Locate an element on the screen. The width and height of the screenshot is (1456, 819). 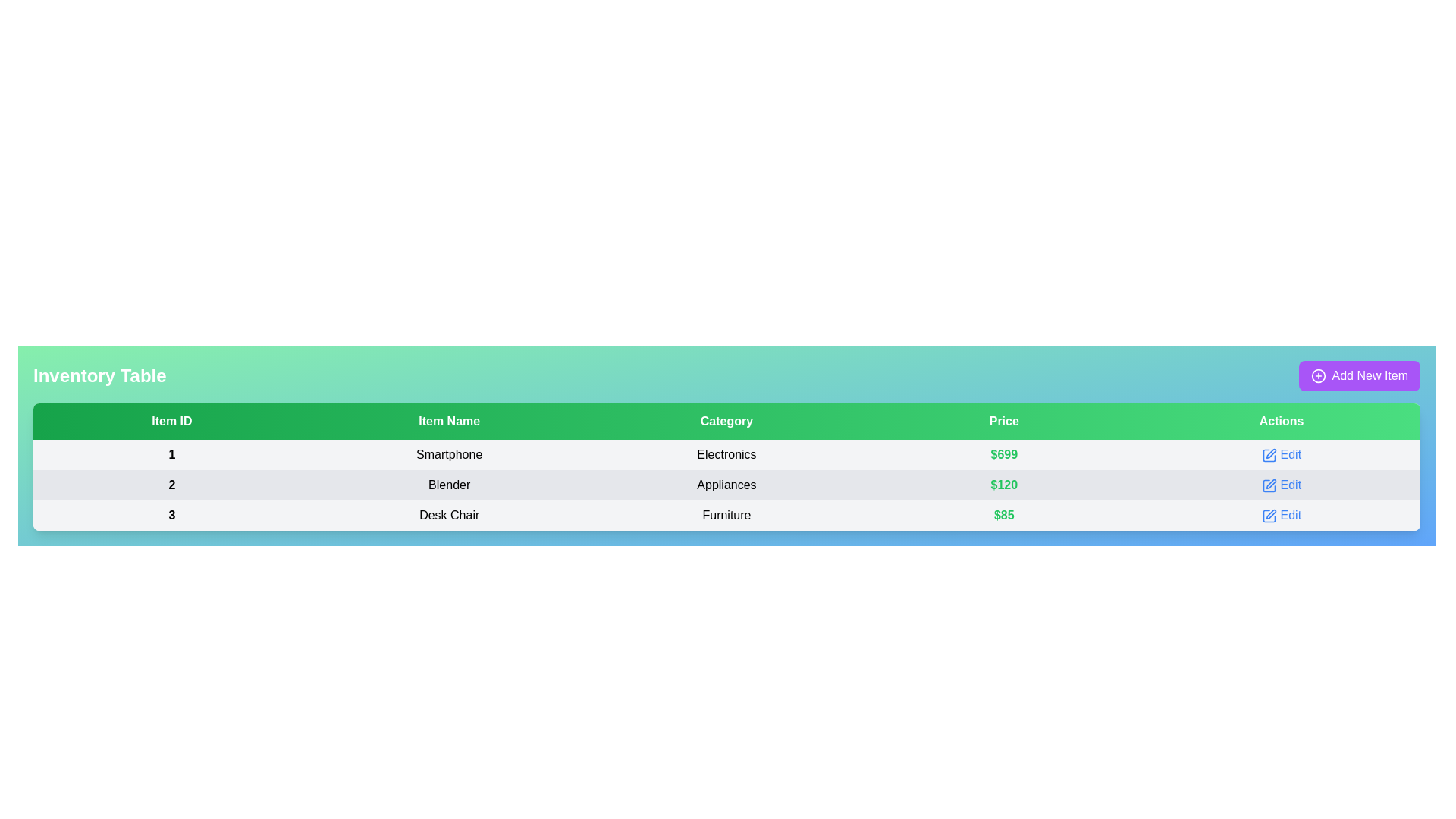
the 'Desk Chair' text label in the 'Item Name' column of the third row in the inventory table is located at coordinates (448, 514).